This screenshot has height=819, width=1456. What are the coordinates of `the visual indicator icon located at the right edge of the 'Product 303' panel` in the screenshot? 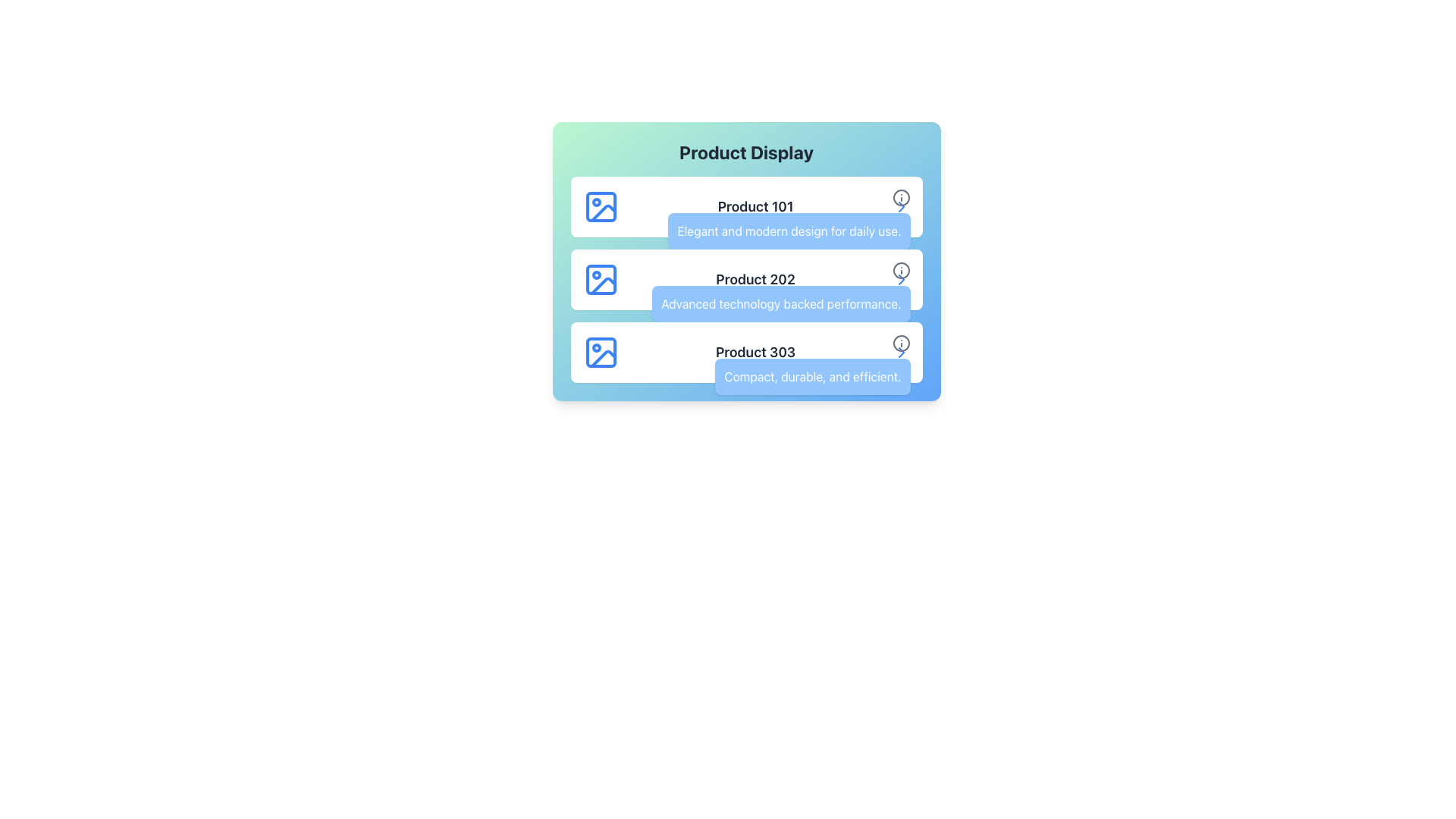 It's located at (901, 353).